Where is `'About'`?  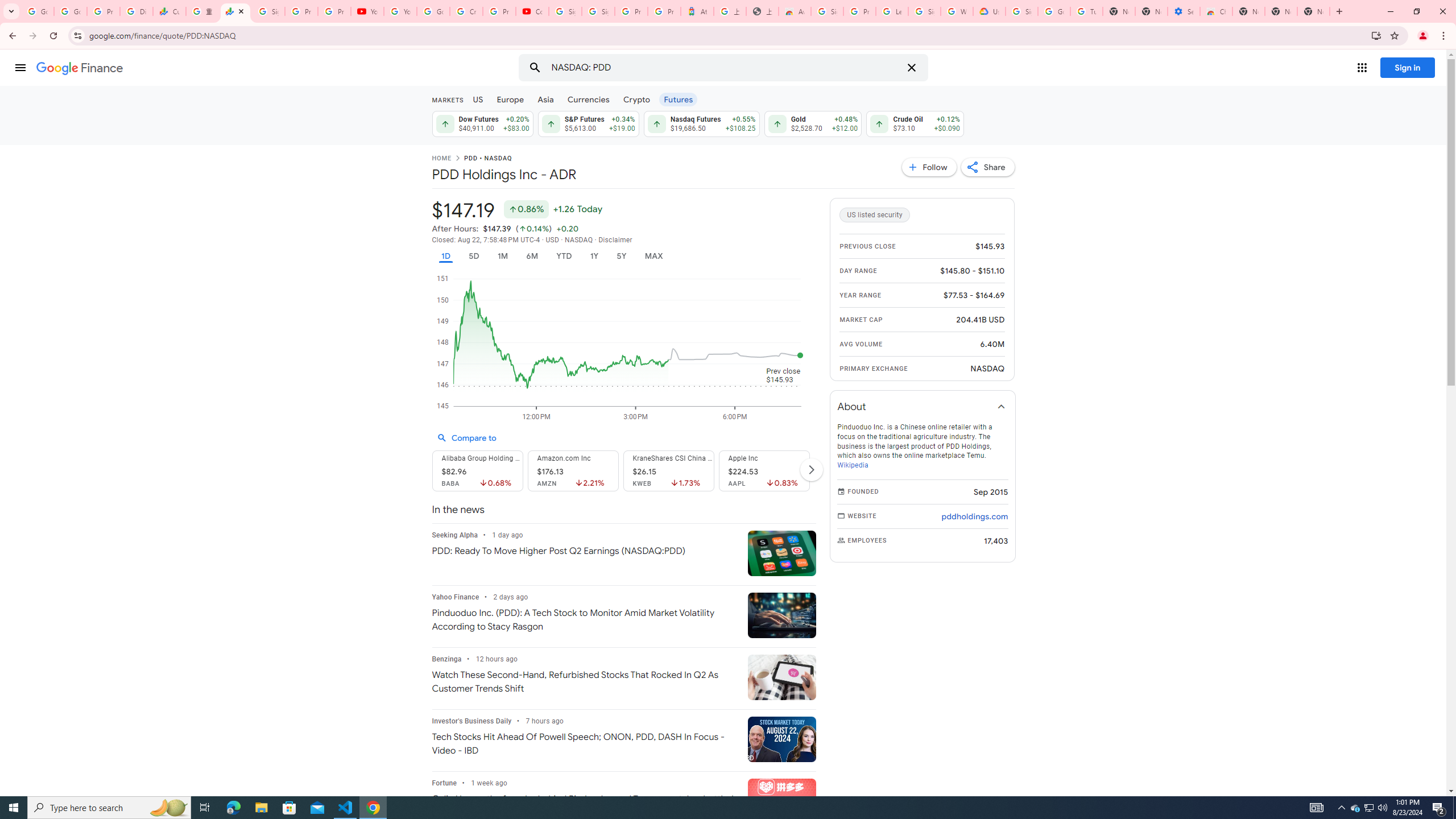 'About' is located at coordinates (923, 406).